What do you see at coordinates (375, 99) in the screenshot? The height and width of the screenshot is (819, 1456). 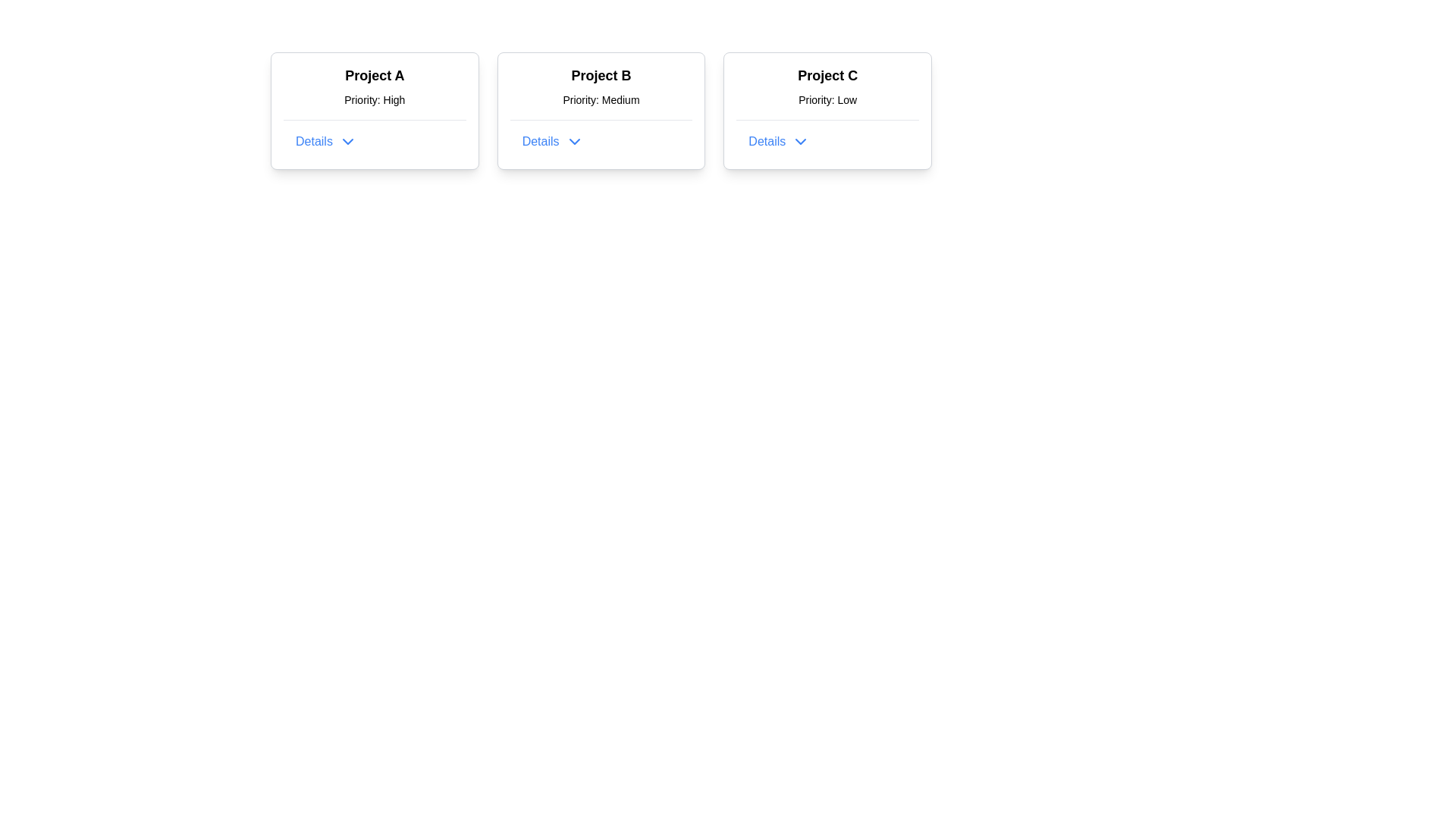 I see `the text label that indicates the priority status ('High') of the project titled 'Project A', which is centrally aligned below the title and above the 'Details' button` at bounding box center [375, 99].